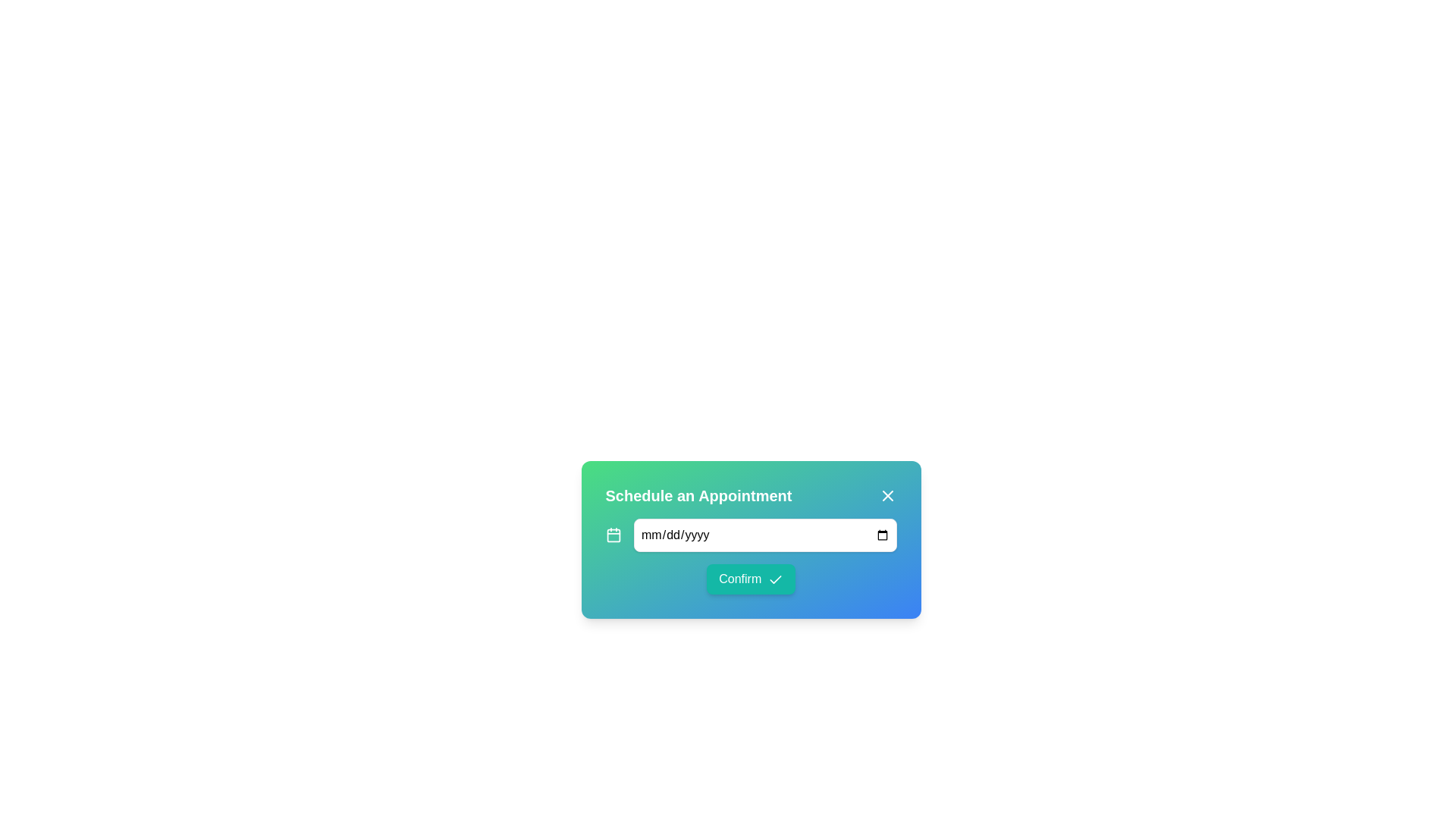  What do you see at coordinates (775, 579) in the screenshot?
I see `the 'Confirm' button which contains the icon that visually reinforces the confirmation action` at bounding box center [775, 579].